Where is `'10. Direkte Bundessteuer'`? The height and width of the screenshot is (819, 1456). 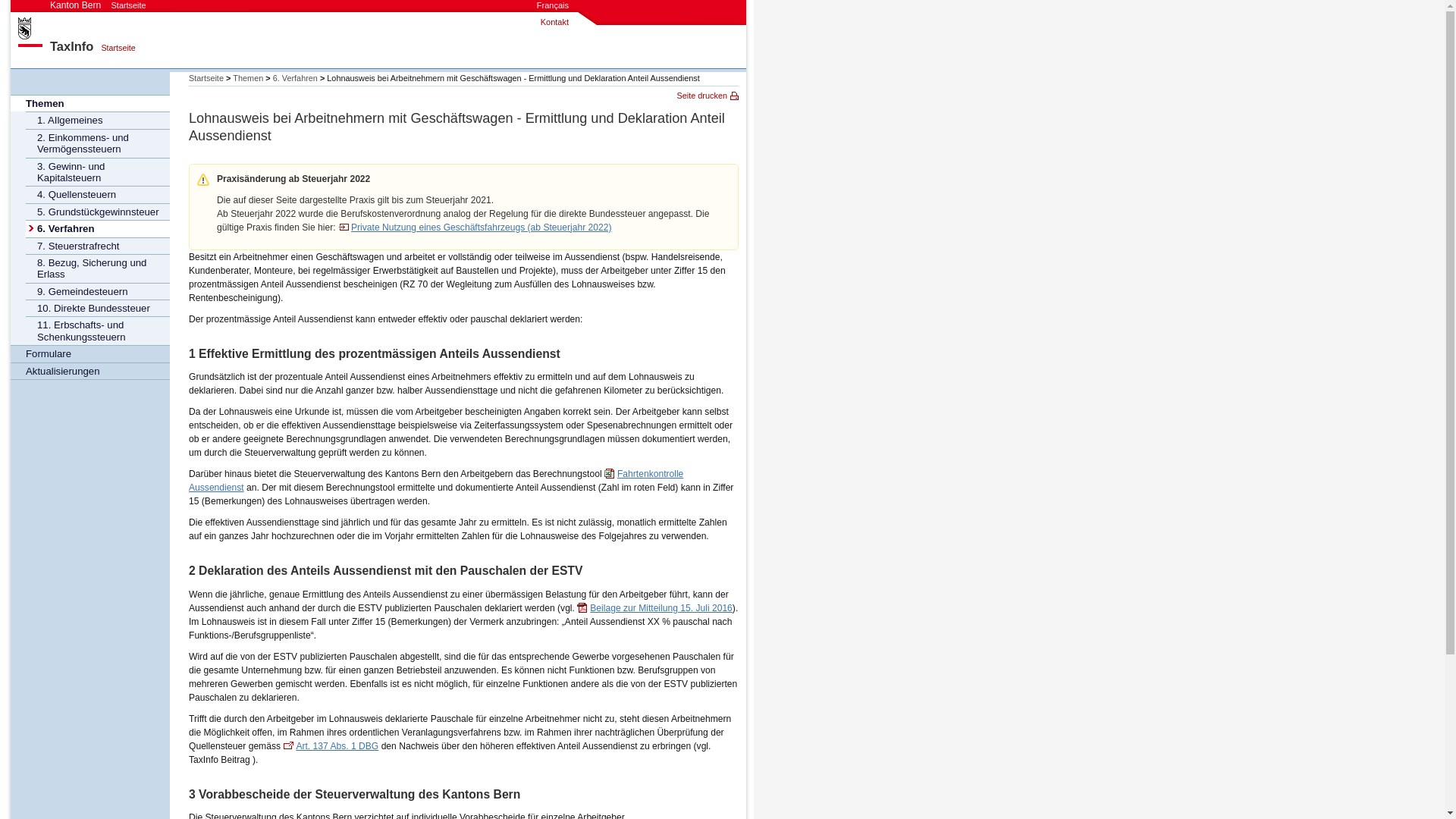
'10. Direkte Bundessteuer' is located at coordinates (97, 307).